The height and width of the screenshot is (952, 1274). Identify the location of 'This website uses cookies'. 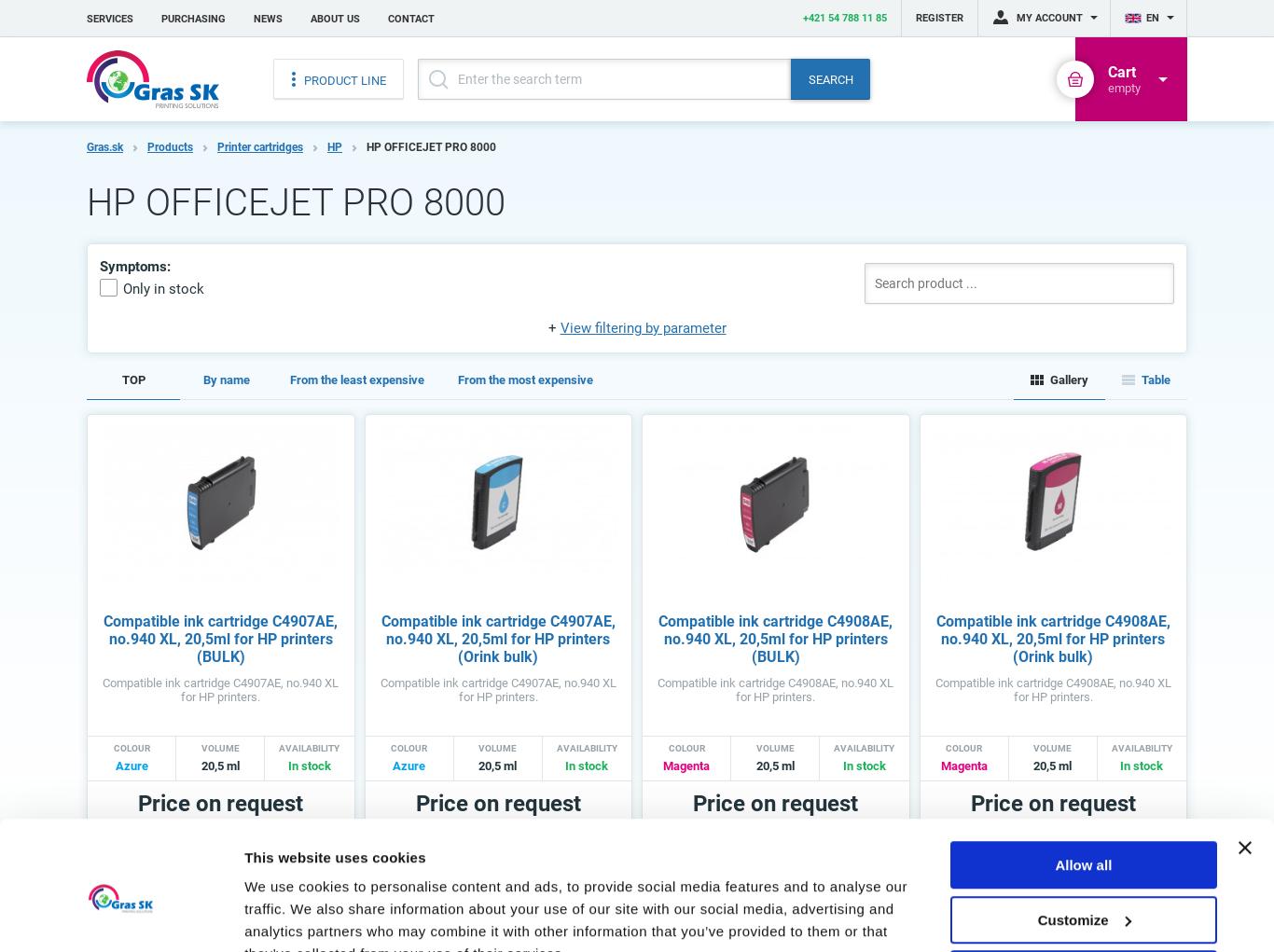
(243, 746).